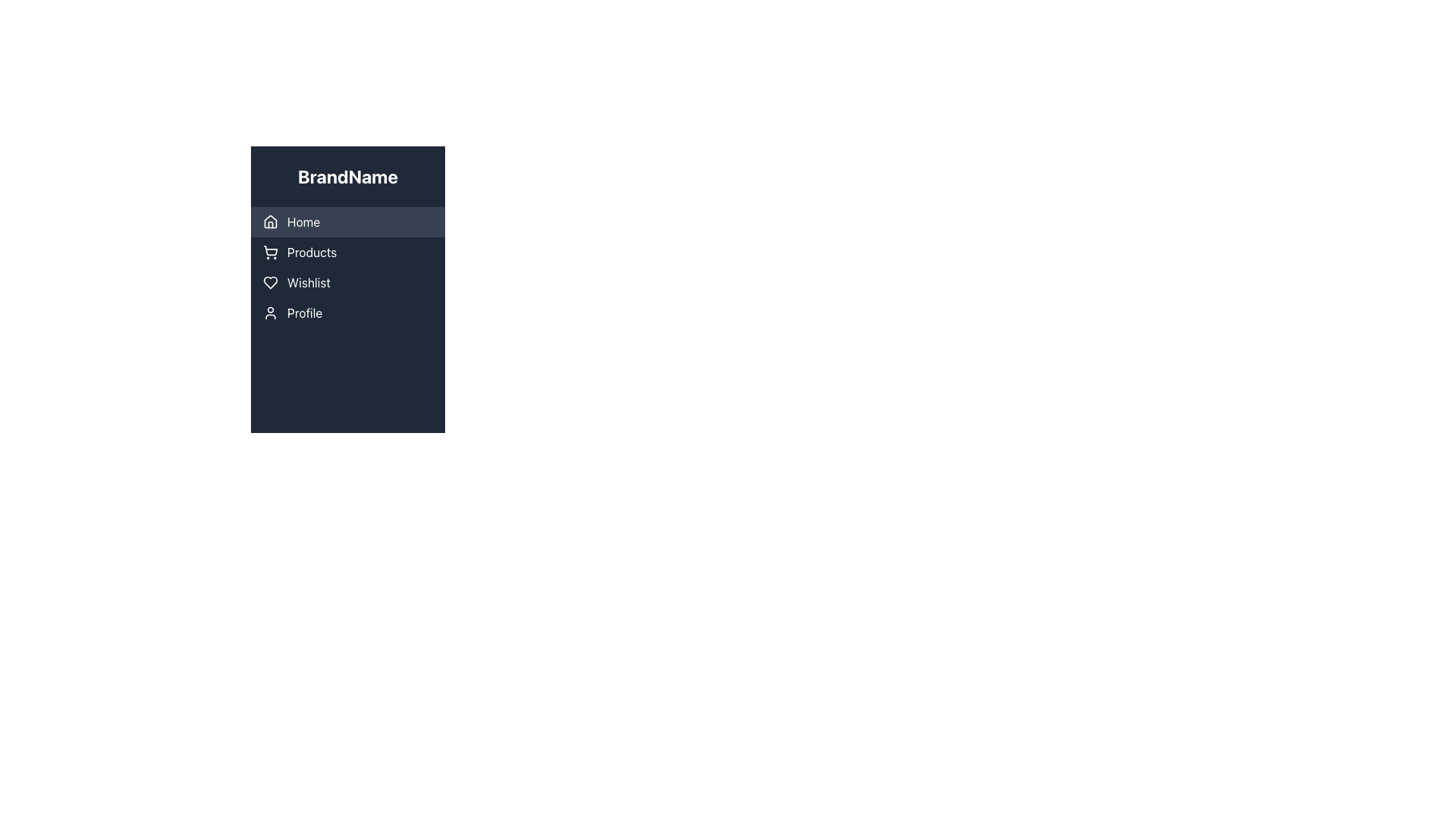 Image resolution: width=1456 pixels, height=819 pixels. I want to click on the 'Home' button located at the top of the vertical navigation menu for potential visual feedback, so click(347, 222).